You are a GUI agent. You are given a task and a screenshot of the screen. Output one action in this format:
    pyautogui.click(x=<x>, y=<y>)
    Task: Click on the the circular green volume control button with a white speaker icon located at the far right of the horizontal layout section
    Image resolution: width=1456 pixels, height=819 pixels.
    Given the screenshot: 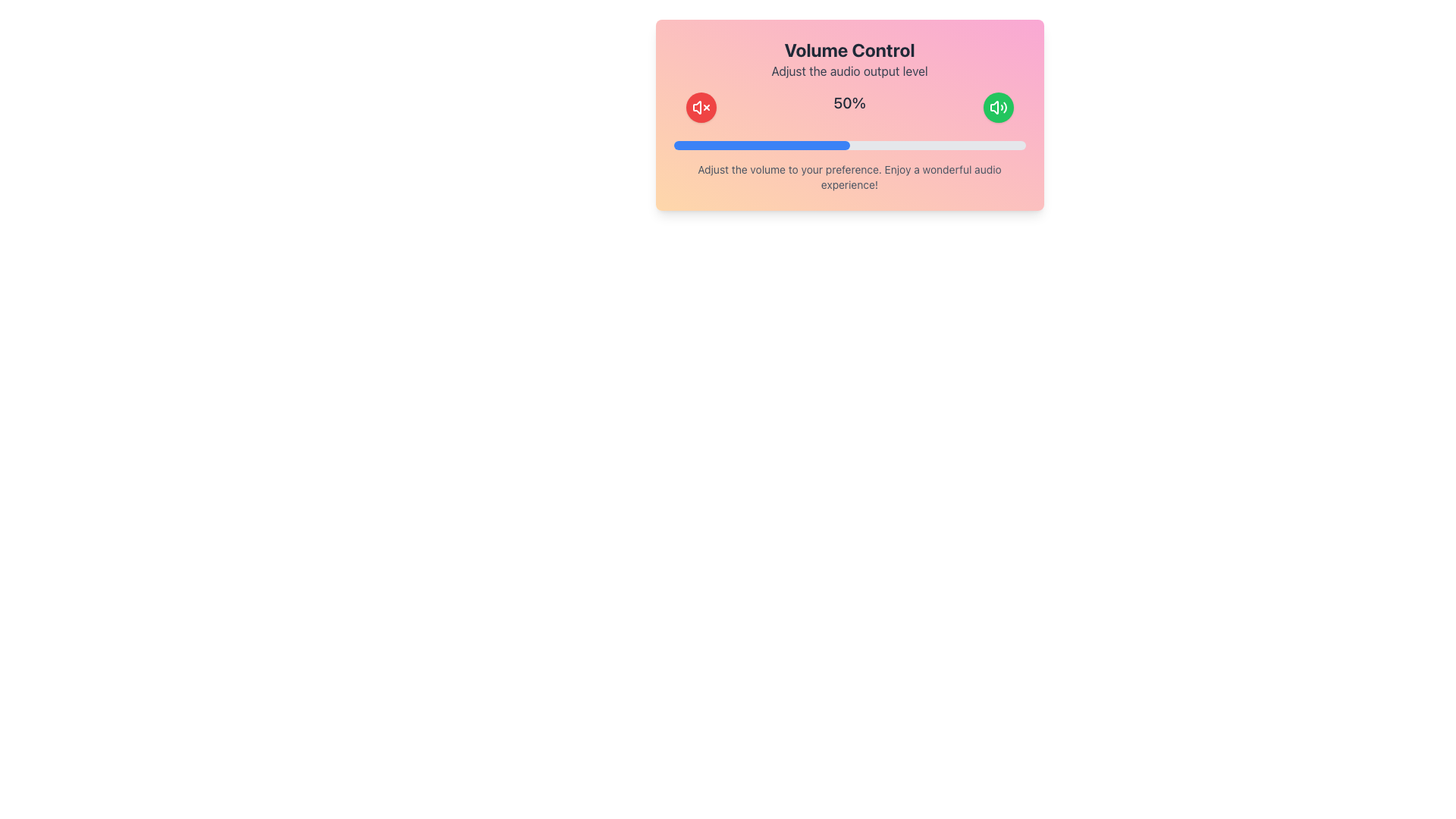 What is the action you would take?
    pyautogui.click(x=998, y=107)
    